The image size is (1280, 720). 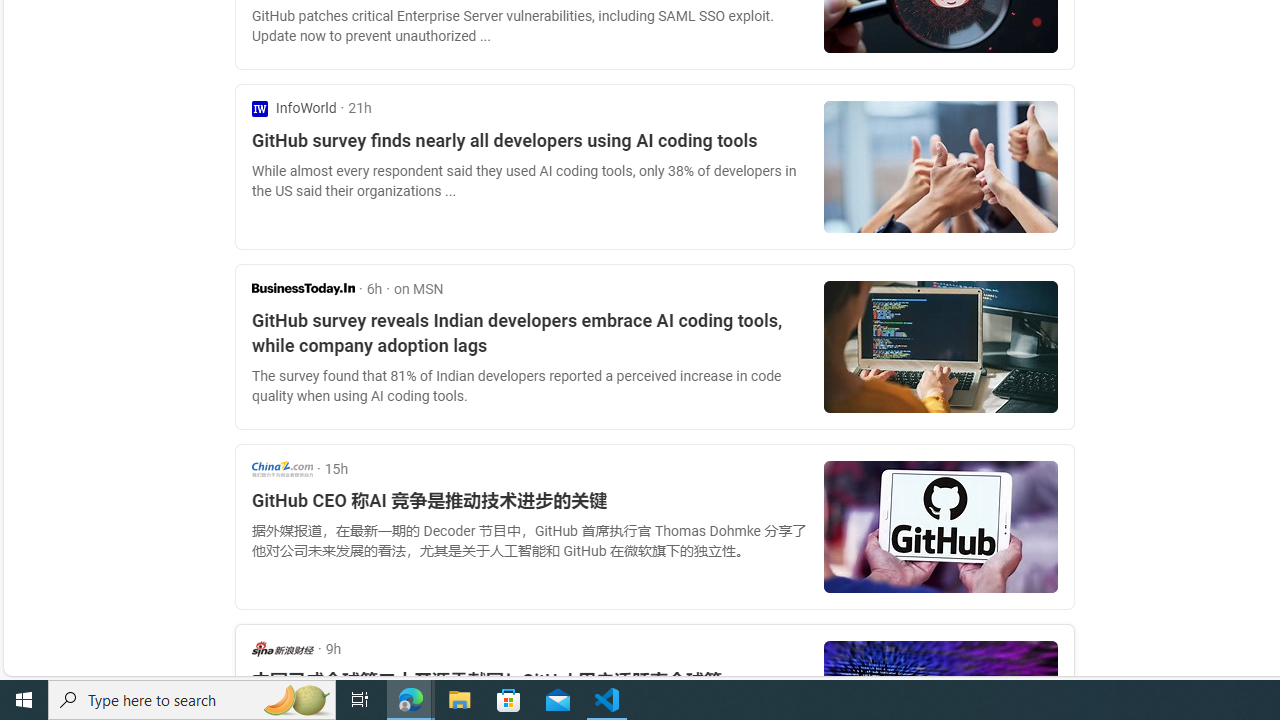 I want to click on 'Business Today', so click(x=302, y=288).